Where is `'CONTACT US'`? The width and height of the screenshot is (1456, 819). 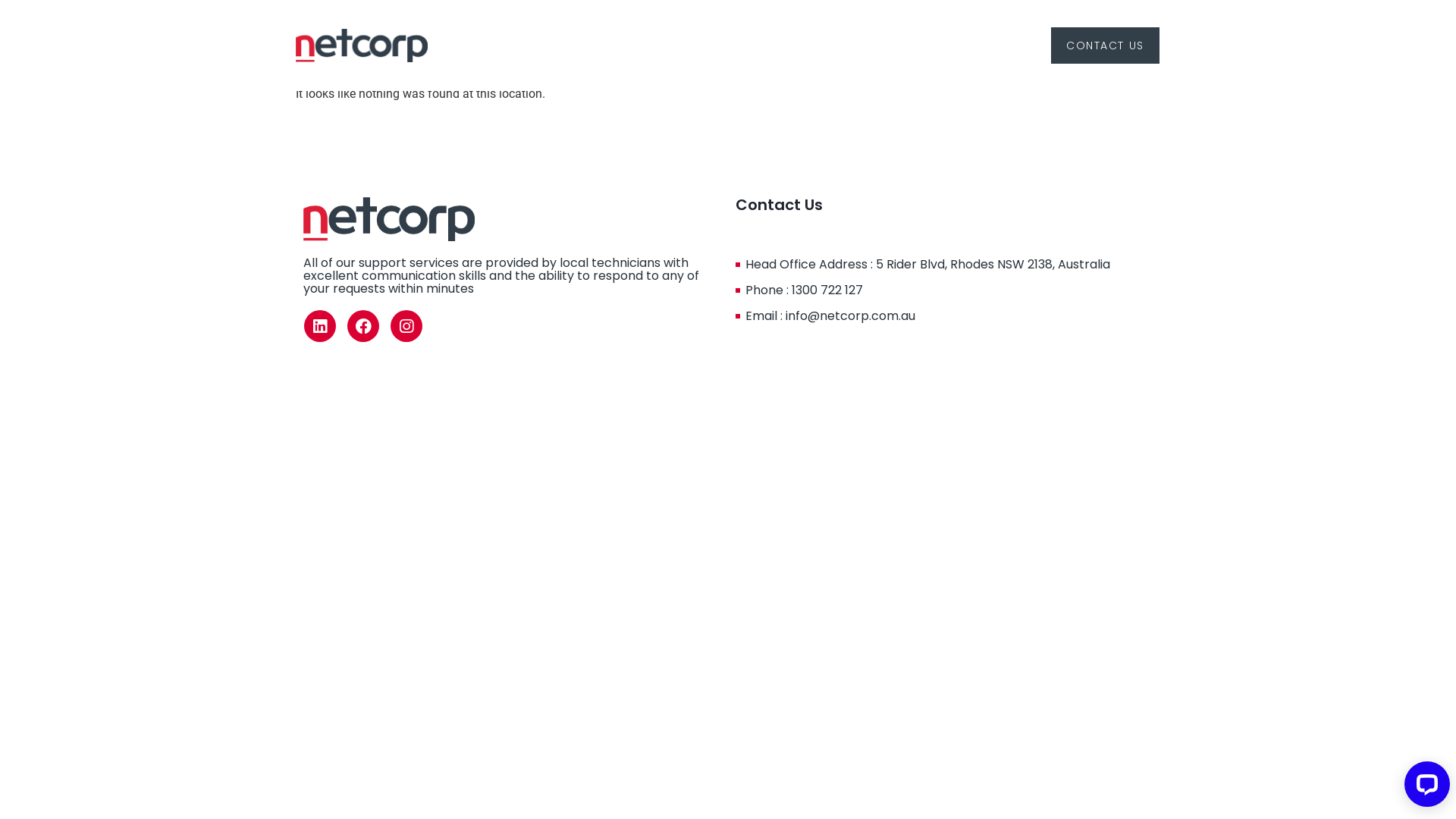 'CONTACT US' is located at coordinates (1105, 45).